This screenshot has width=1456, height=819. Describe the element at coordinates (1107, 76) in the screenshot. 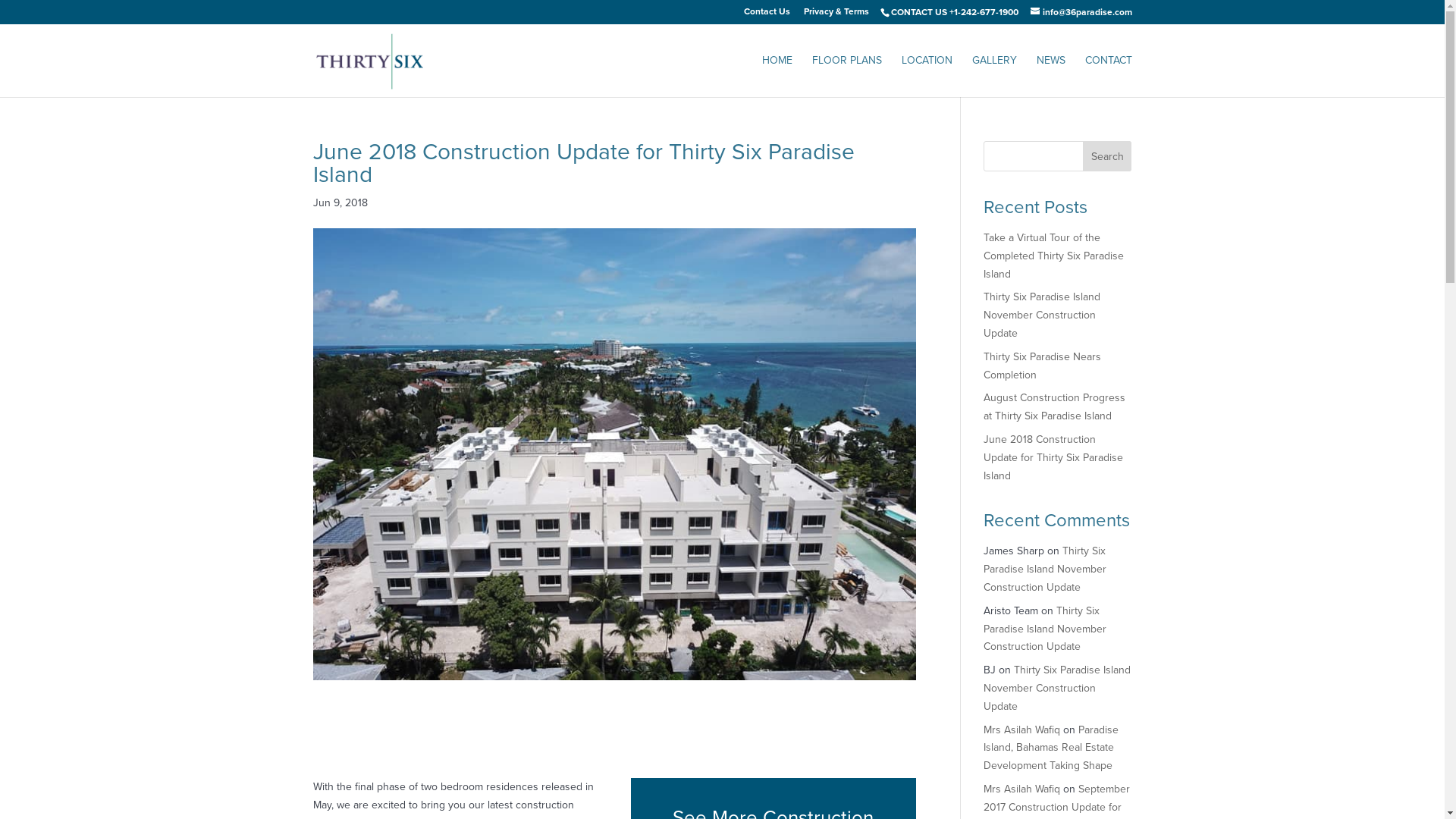

I see `'CONTACT'` at that location.